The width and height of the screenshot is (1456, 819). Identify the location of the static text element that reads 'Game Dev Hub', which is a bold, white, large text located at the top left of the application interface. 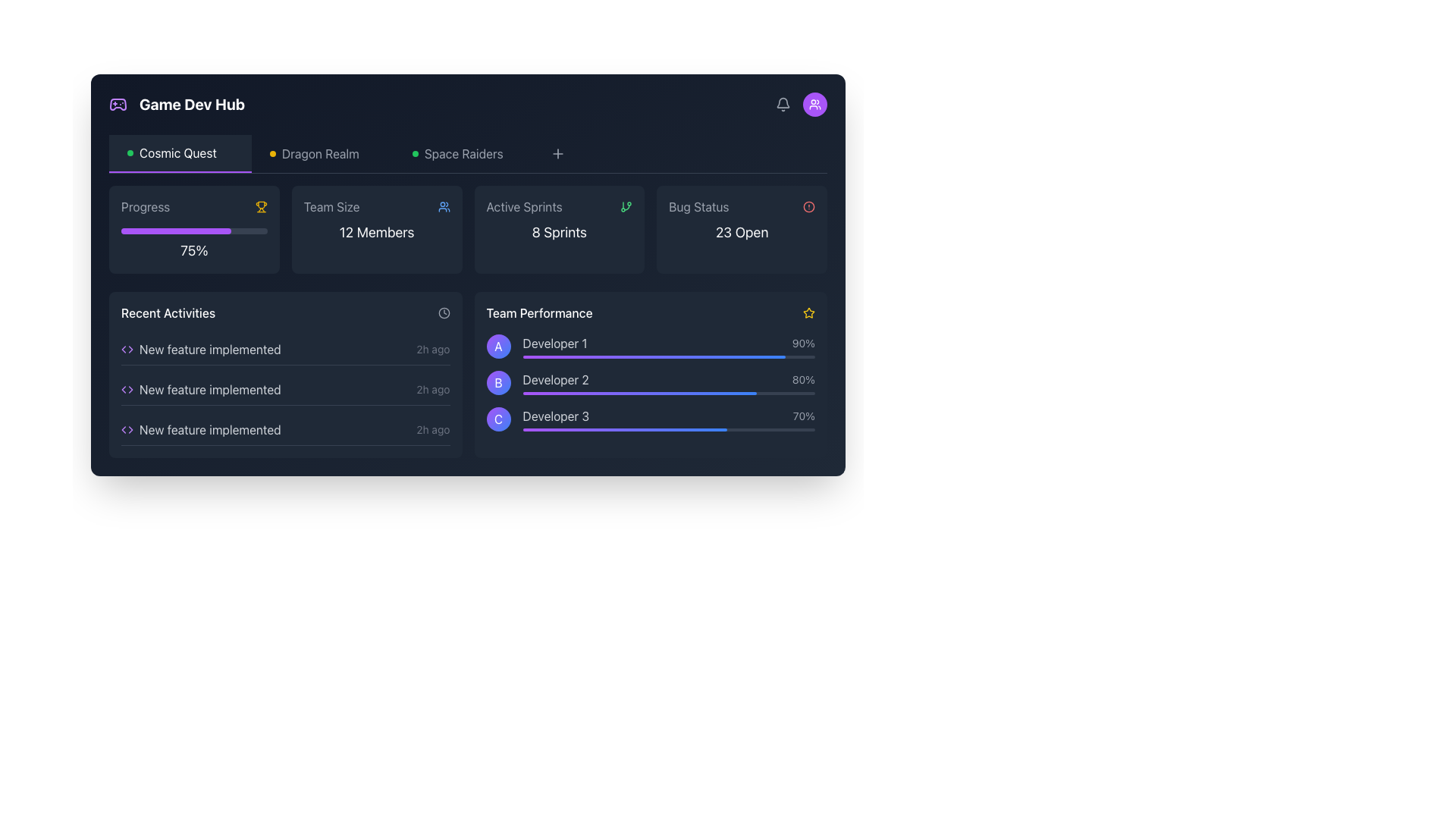
(191, 104).